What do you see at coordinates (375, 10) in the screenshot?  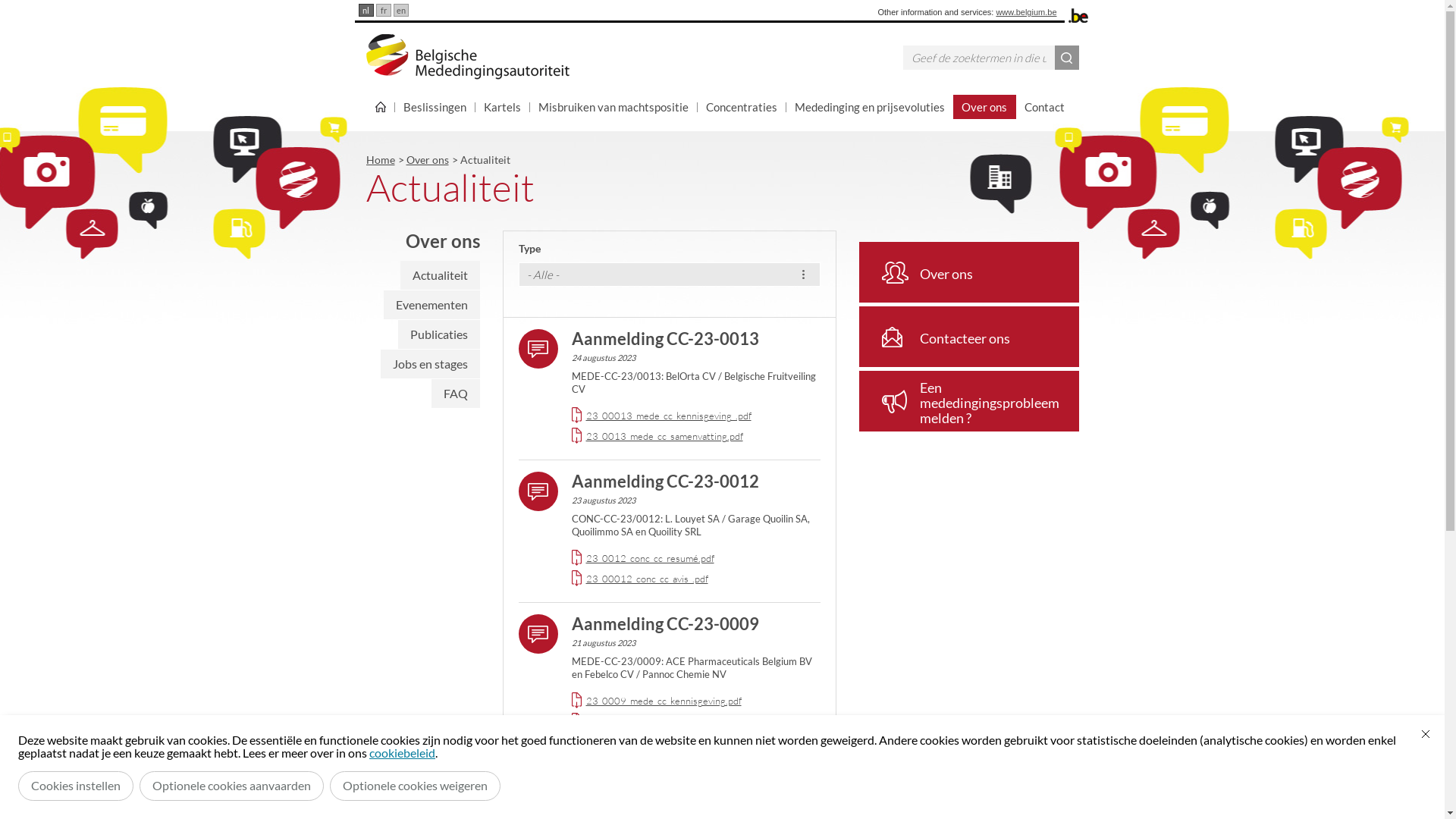 I see `'fr'` at bounding box center [375, 10].